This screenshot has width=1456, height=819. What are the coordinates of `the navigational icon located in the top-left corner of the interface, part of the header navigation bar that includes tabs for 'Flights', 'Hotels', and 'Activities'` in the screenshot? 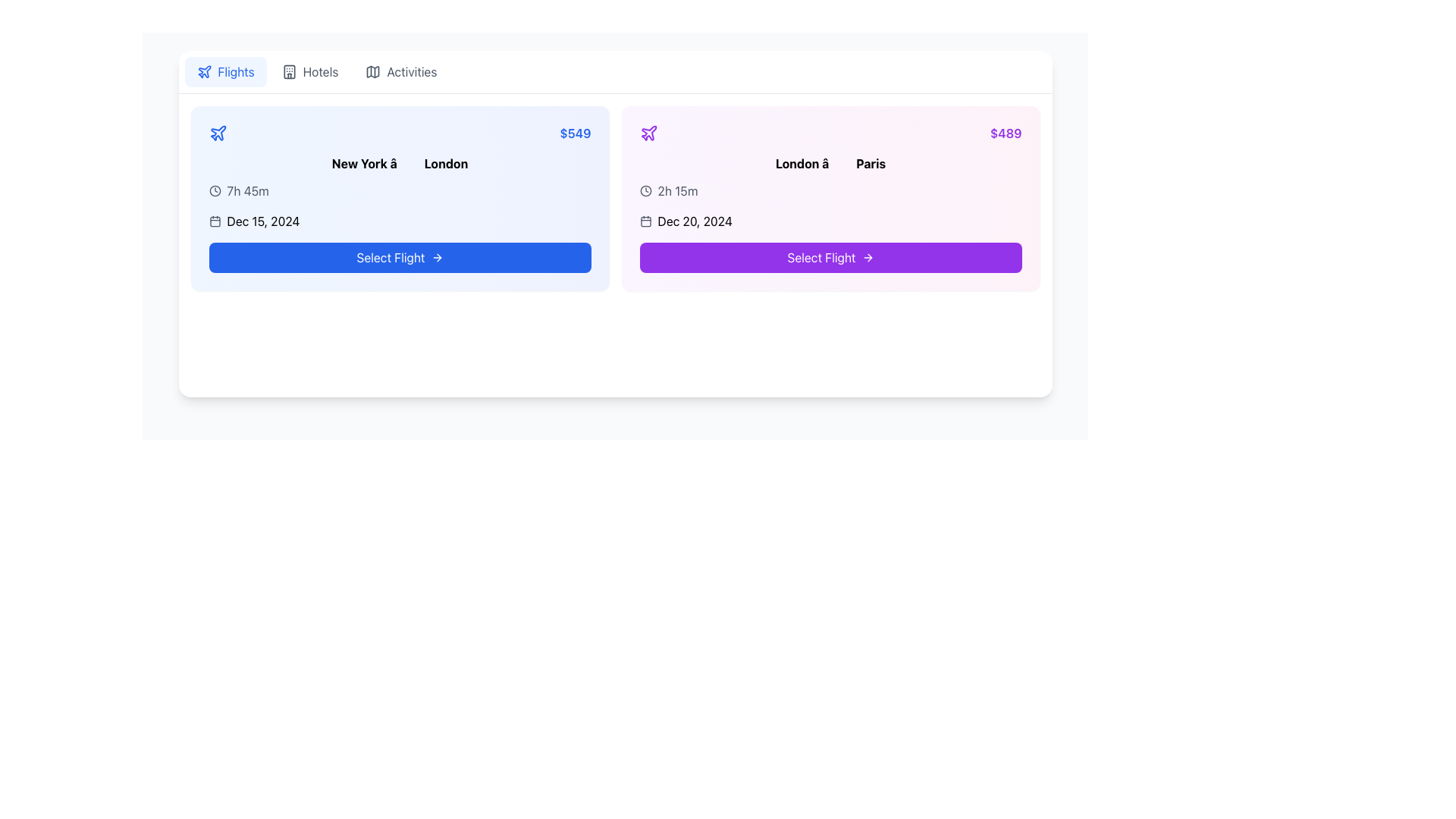 It's located at (373, 72).